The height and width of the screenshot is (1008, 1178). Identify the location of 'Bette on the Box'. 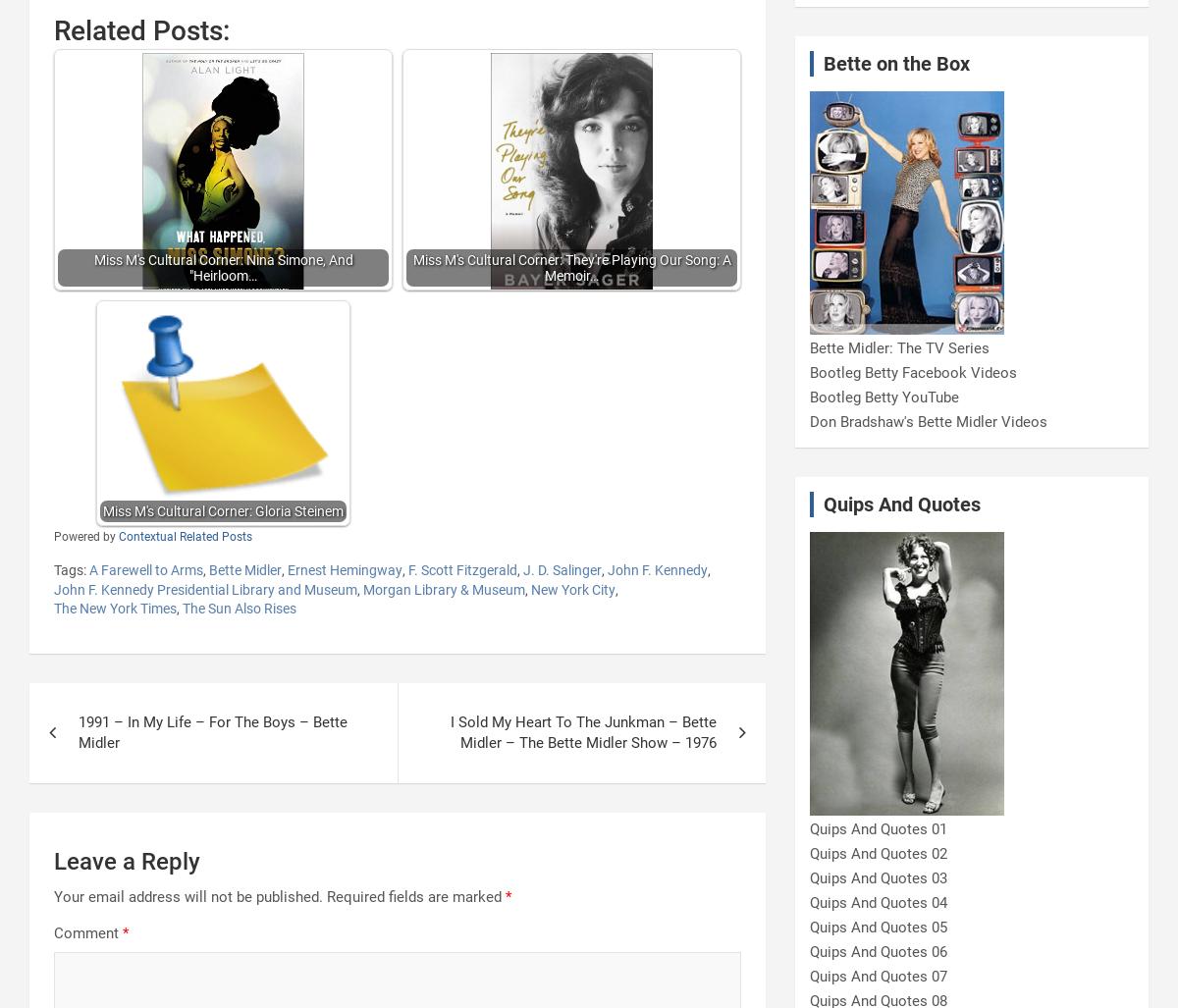
(896, 63).